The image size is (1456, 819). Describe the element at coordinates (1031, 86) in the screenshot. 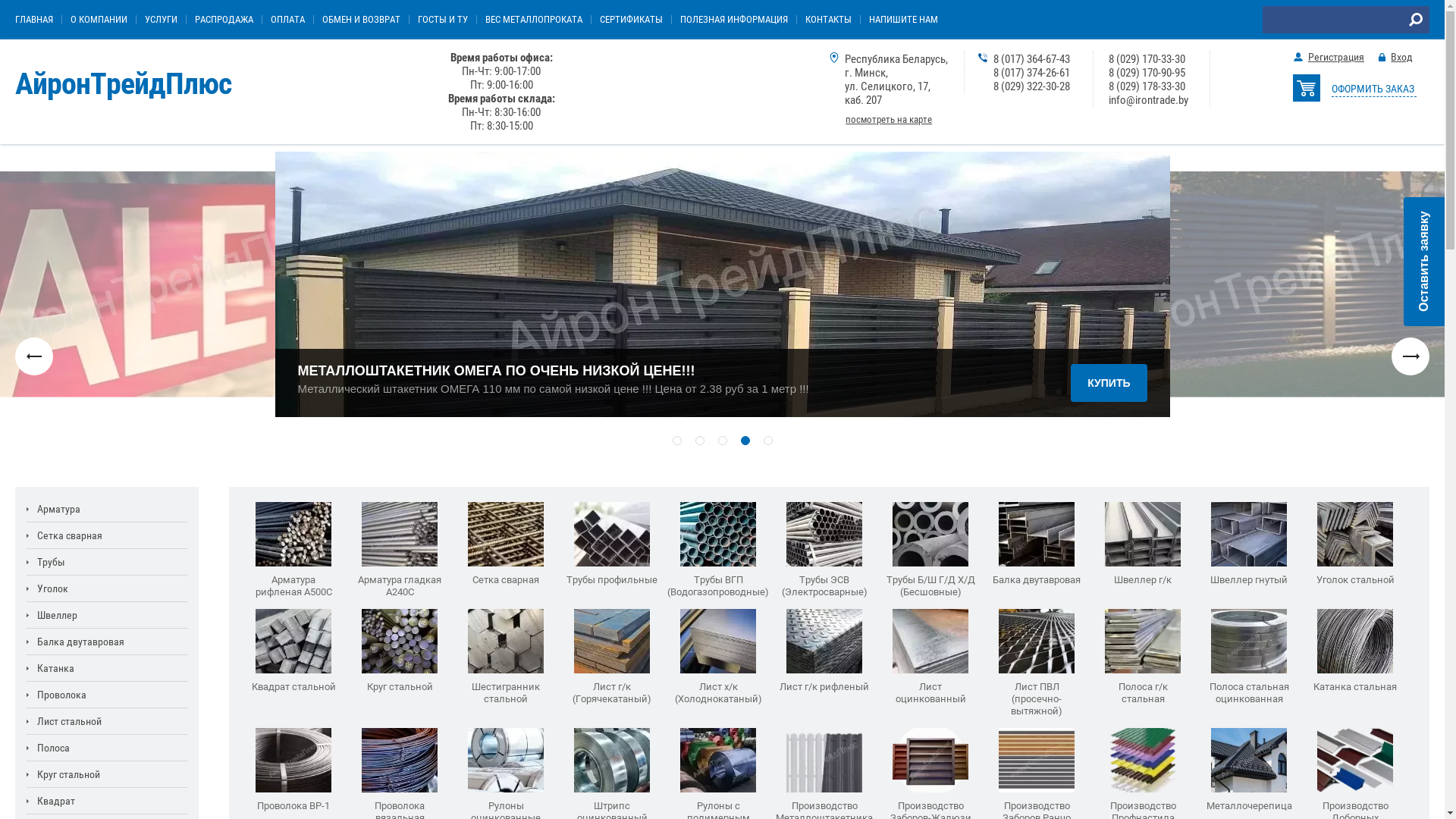

I see `'8 (029) 322-30-28'` at that location.